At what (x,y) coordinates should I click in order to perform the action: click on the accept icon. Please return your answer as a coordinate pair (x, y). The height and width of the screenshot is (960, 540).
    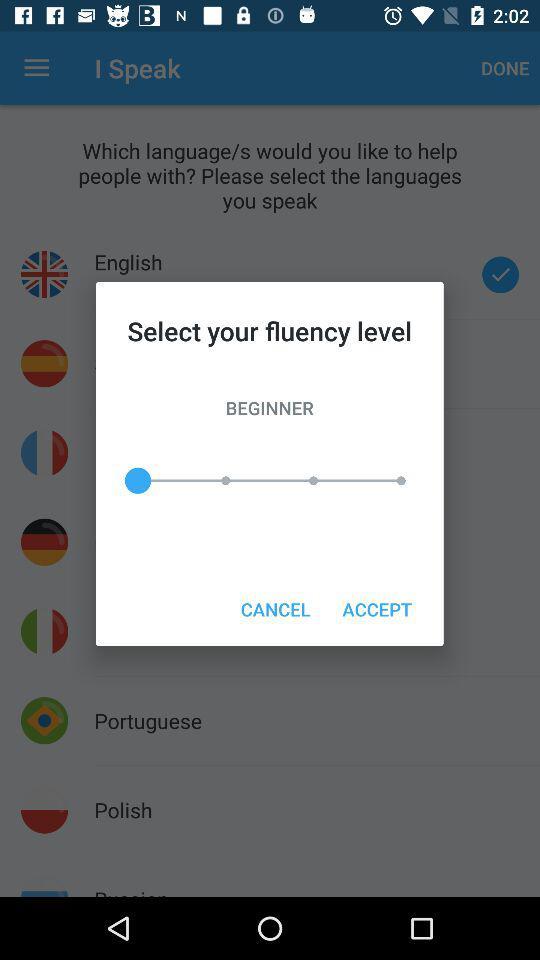
    Looking at the image, I should click on (377, 608).